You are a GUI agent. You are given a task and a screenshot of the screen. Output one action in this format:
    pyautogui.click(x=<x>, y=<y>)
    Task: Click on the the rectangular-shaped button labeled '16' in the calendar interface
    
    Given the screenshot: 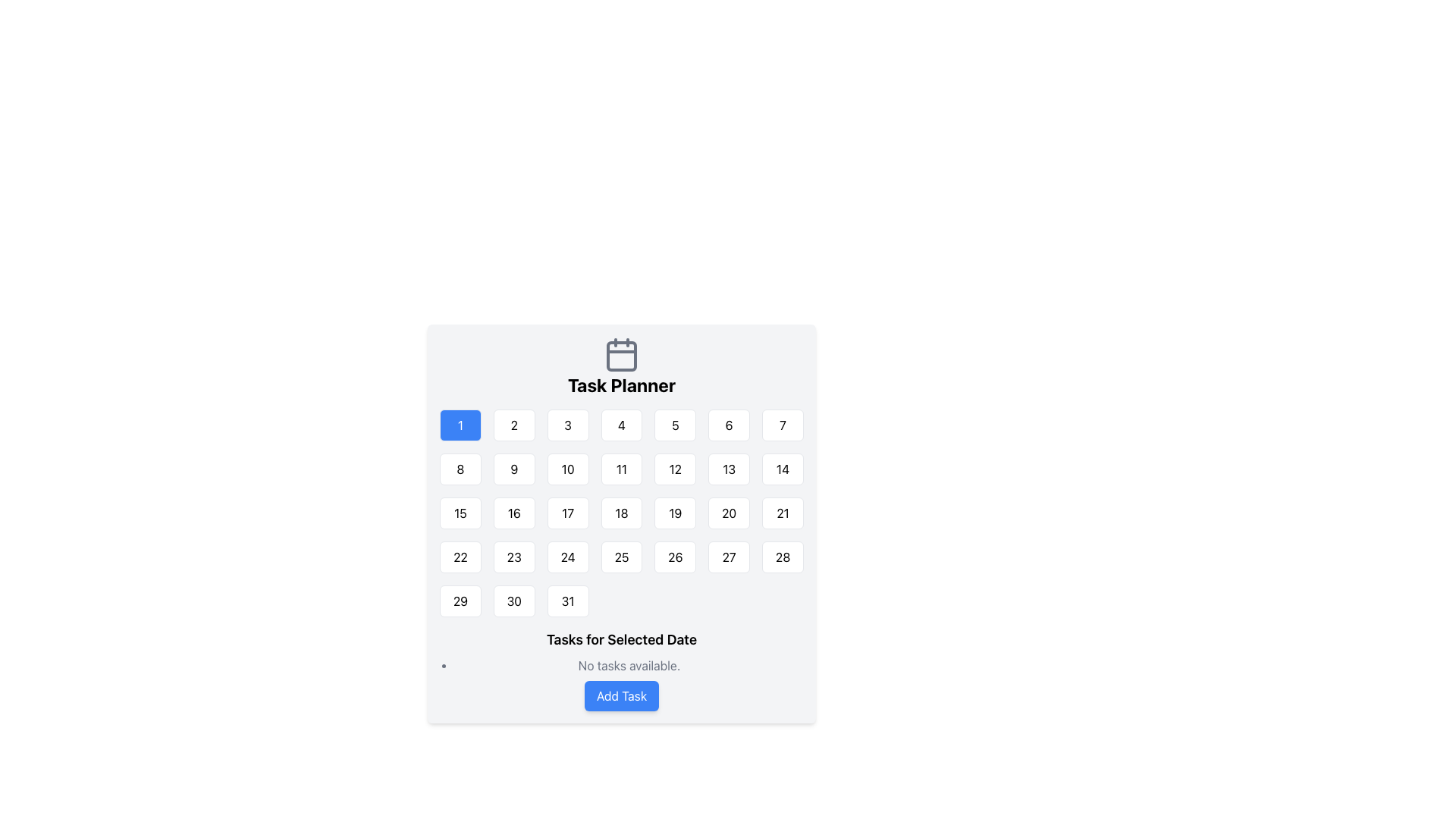 What is the action you would take?
    pyautogui.click(x=514, y=513)
    